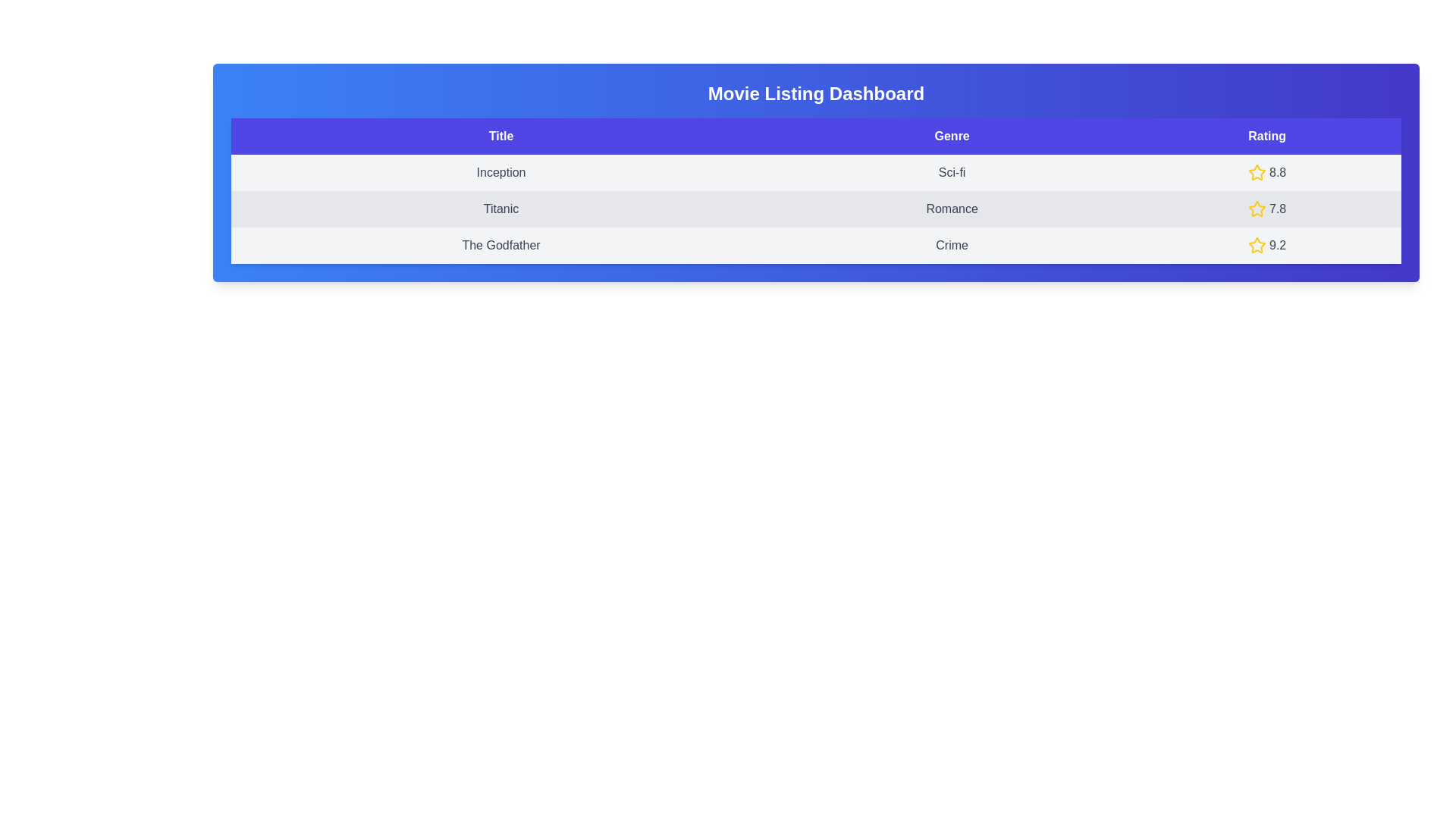 The width and height of the screenshot is (1456, 819). I want to click on the star icon representing the rating for 'The Godfather' movie entry, located in the 'Rating' column as the first visual component, so click(1257, 244).